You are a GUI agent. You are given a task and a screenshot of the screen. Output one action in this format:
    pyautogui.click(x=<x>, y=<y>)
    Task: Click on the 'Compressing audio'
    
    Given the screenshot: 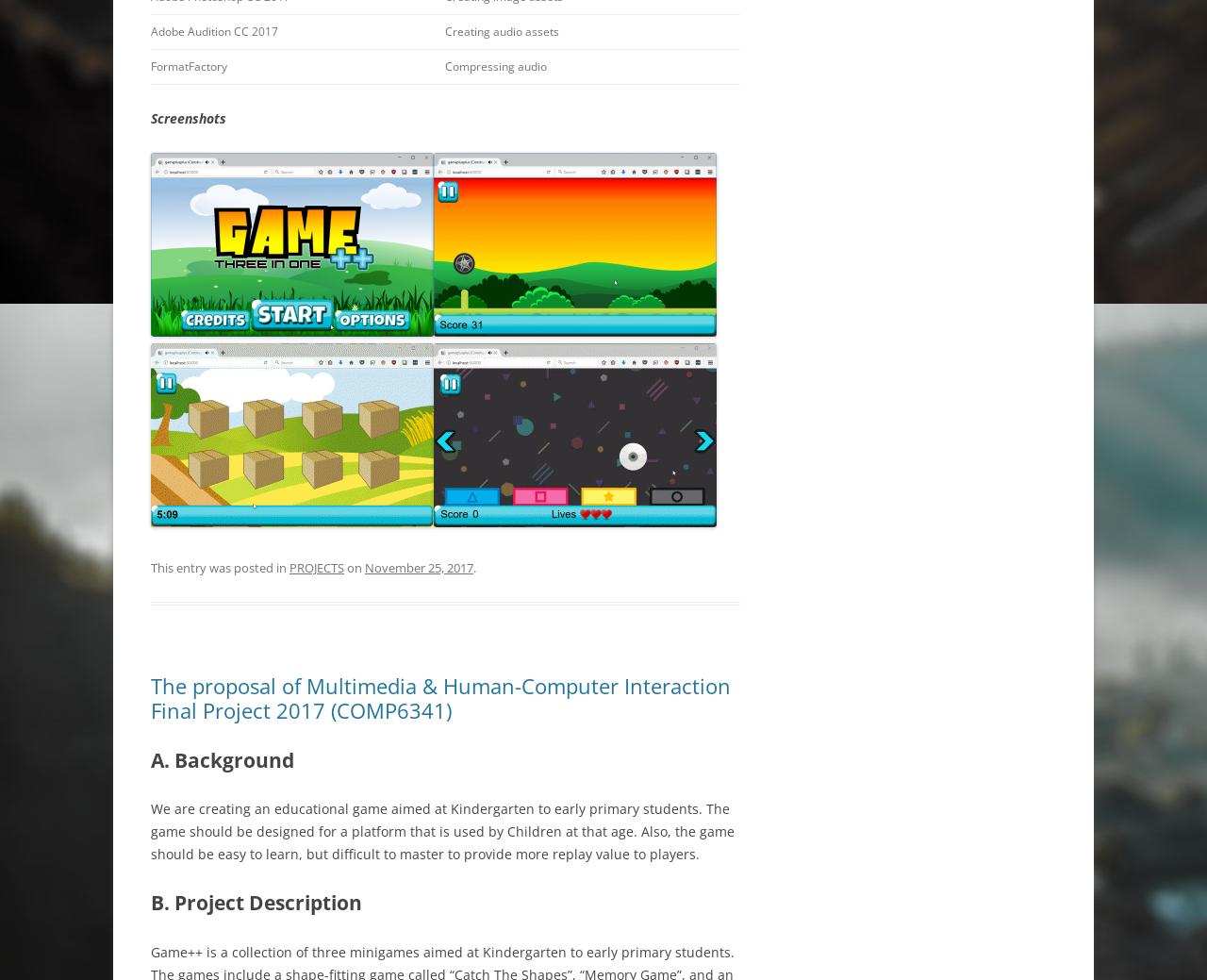 What is the action you would take?
    pyautogui.click(x=495, y=65)
    